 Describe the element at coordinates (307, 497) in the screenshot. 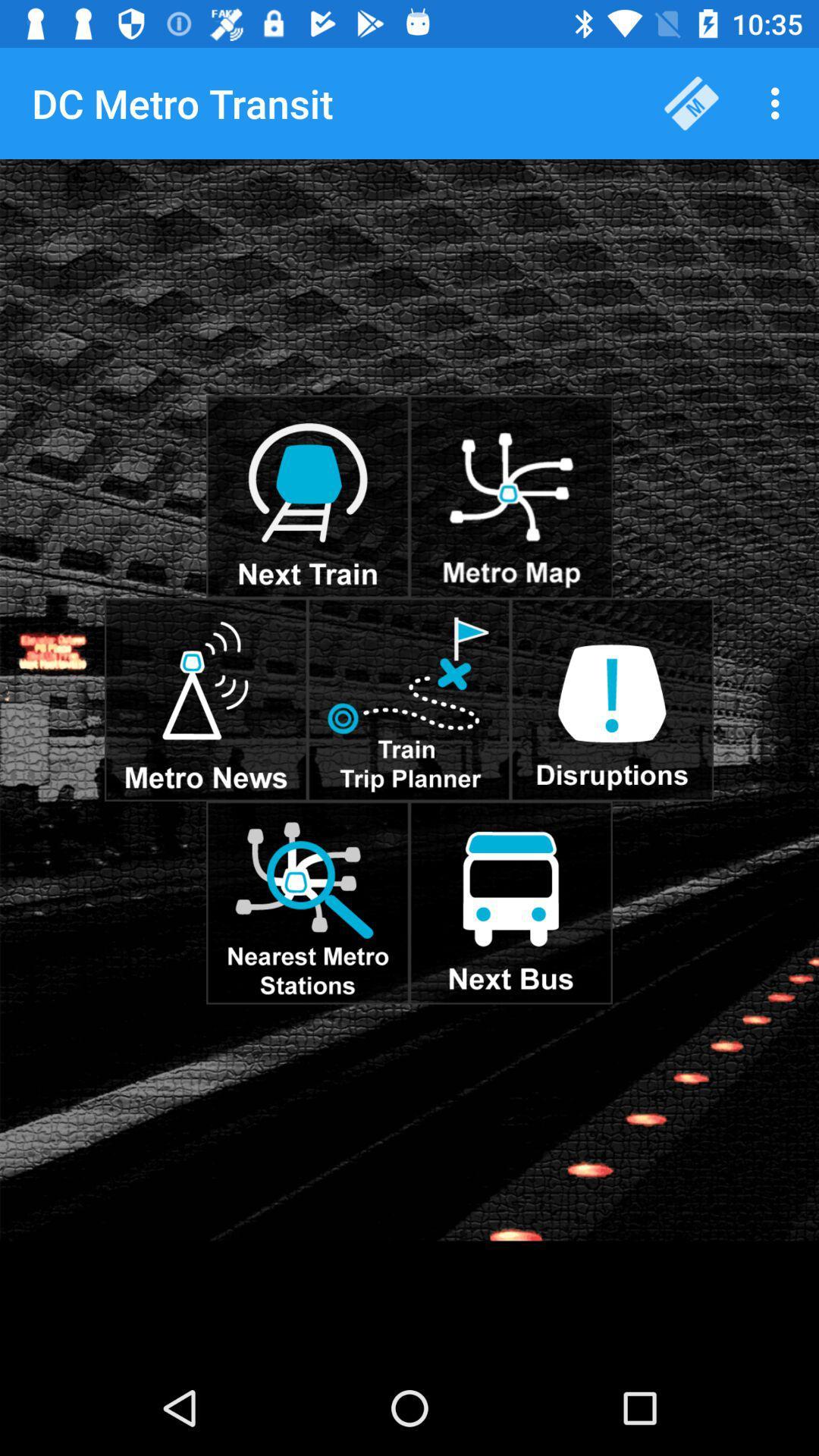

I see `next train` at that location.